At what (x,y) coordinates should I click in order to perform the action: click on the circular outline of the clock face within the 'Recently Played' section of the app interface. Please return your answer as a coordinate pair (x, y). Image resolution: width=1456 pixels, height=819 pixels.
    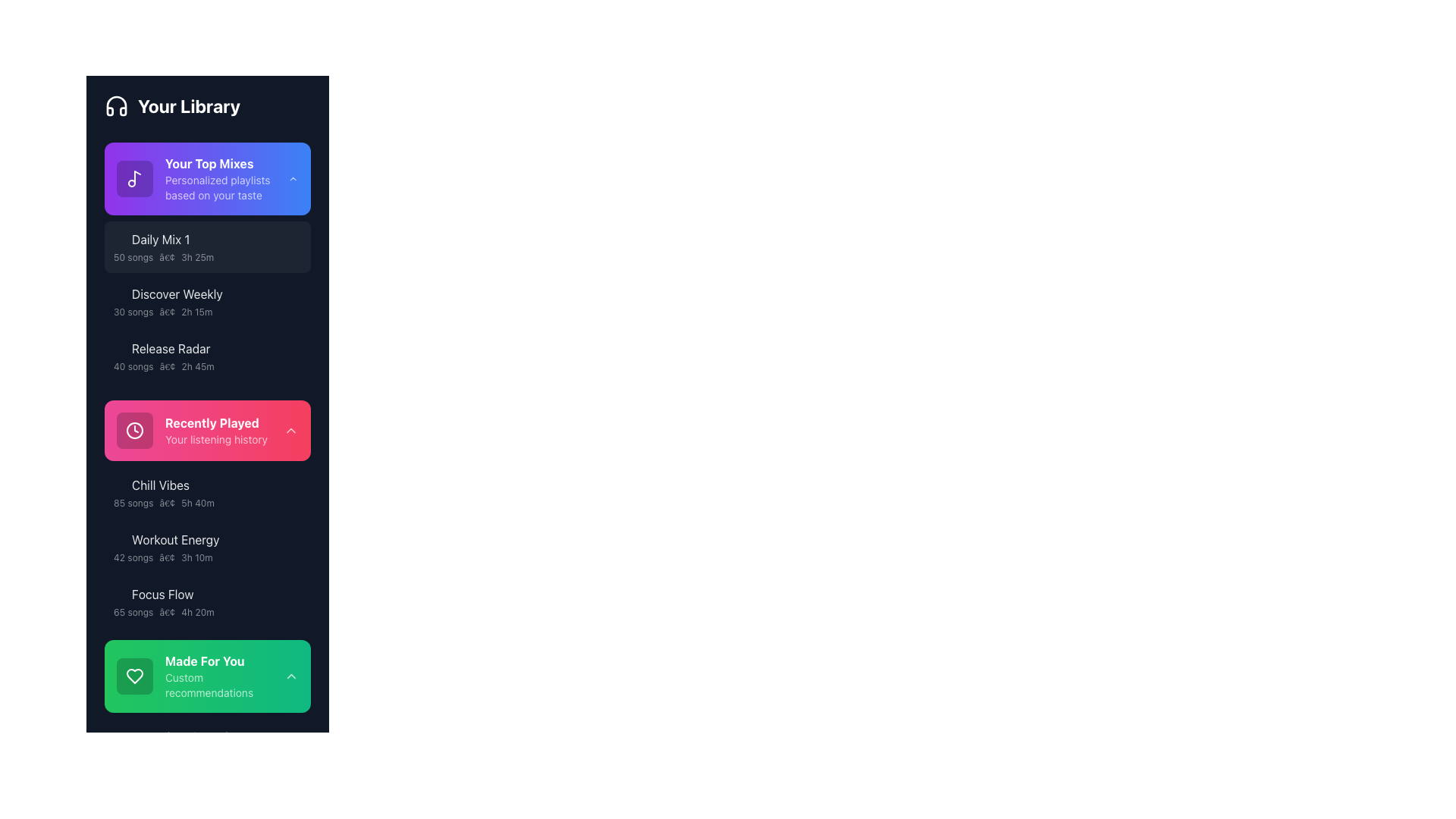
    Looking at the image, I should click on (134, 430).